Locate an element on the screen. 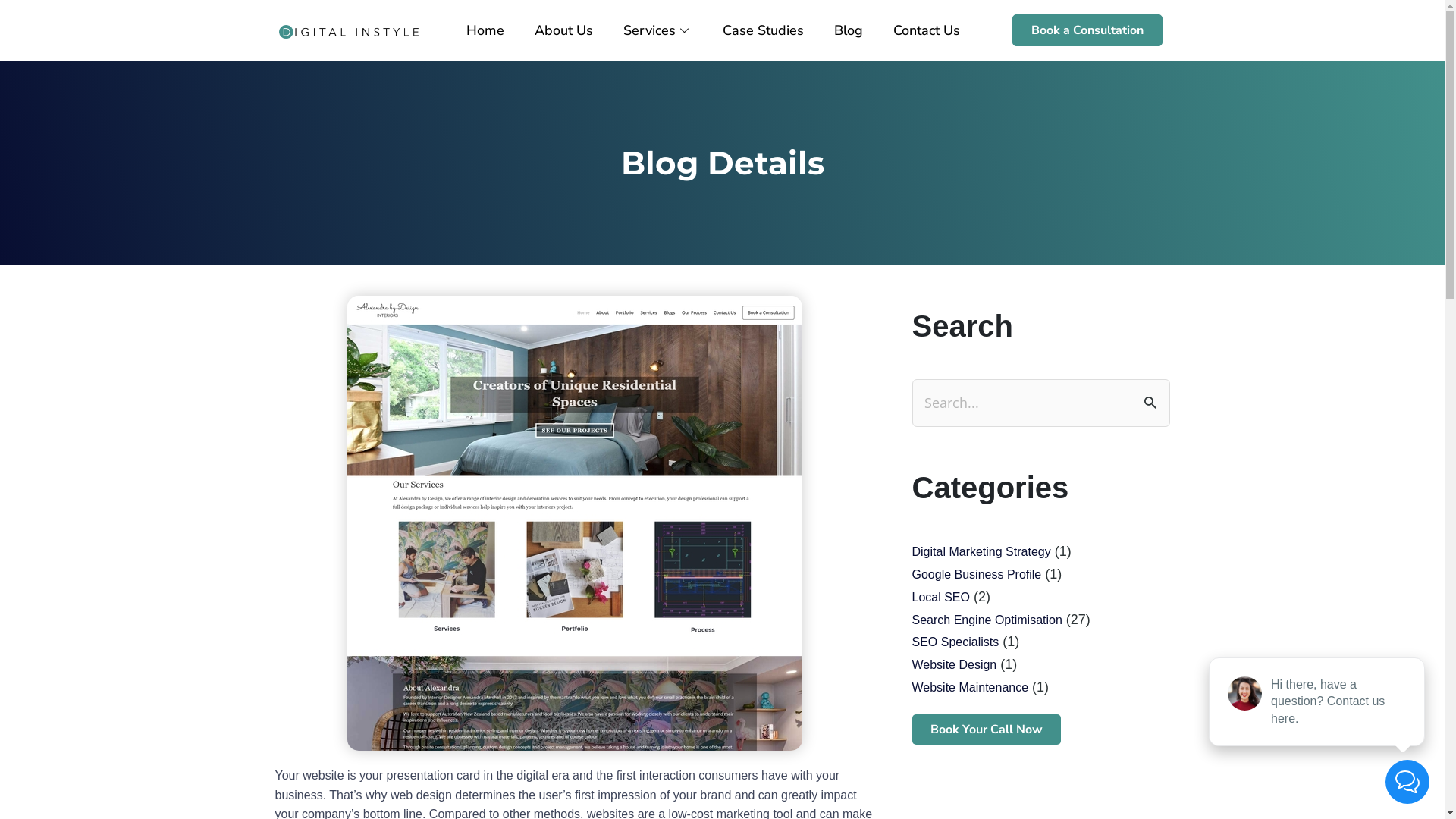  'Website Maintenance' is located at coordinates (968, 687).